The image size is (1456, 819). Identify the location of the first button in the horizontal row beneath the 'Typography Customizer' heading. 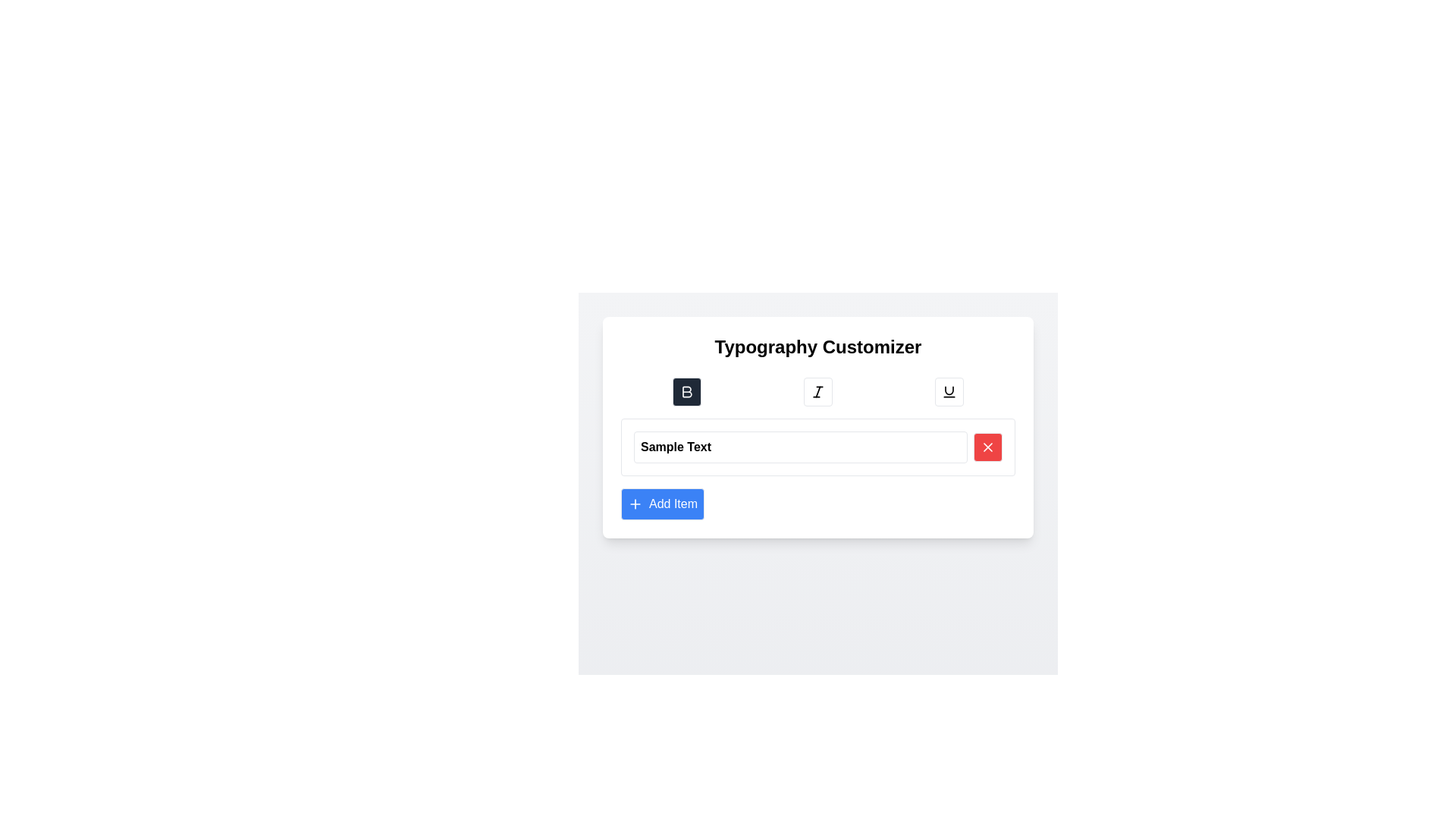
(686, 391).